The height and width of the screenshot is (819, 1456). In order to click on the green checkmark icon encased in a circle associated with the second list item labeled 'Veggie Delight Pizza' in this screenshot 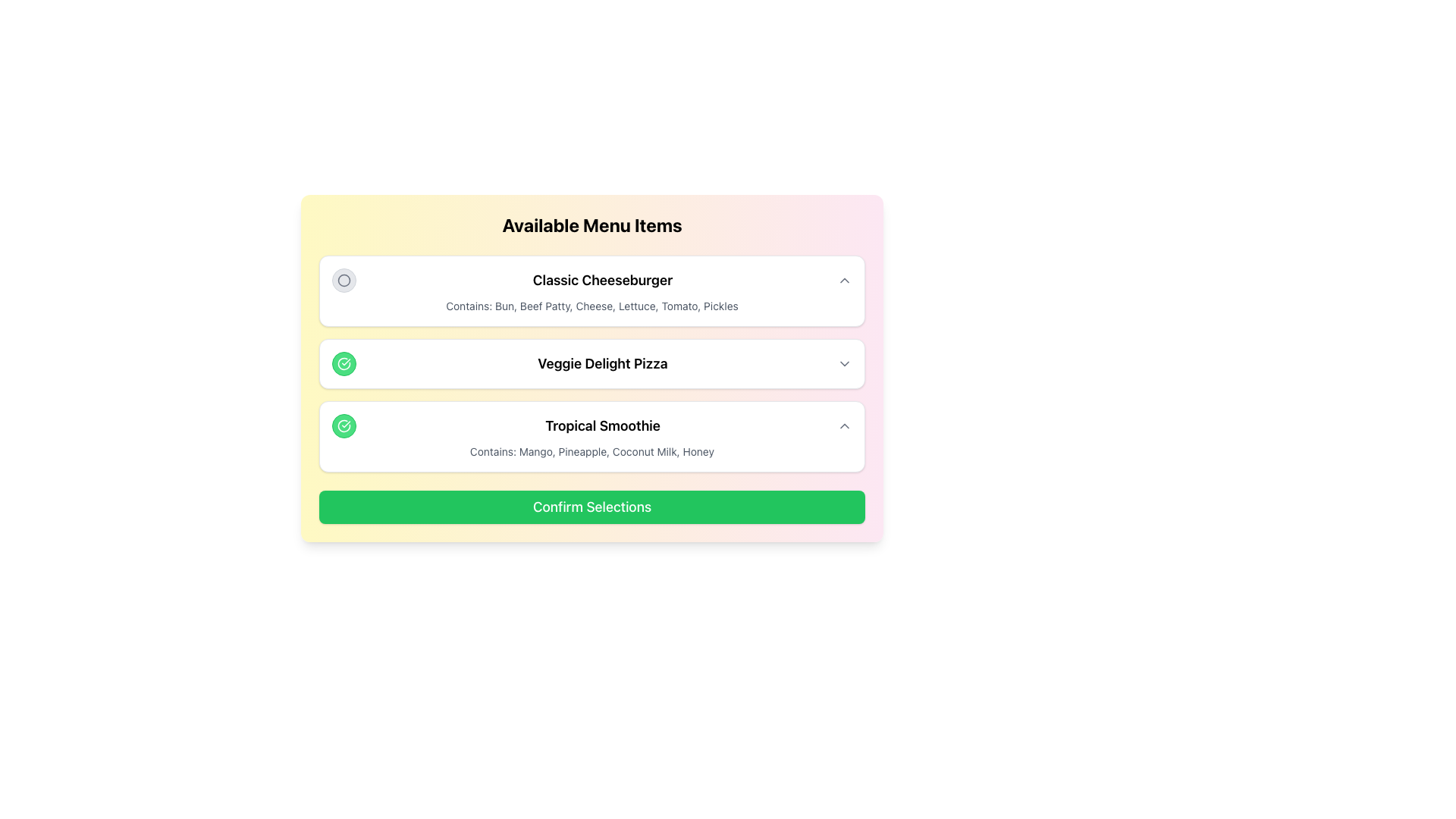, I will do `click(344, 426)`.